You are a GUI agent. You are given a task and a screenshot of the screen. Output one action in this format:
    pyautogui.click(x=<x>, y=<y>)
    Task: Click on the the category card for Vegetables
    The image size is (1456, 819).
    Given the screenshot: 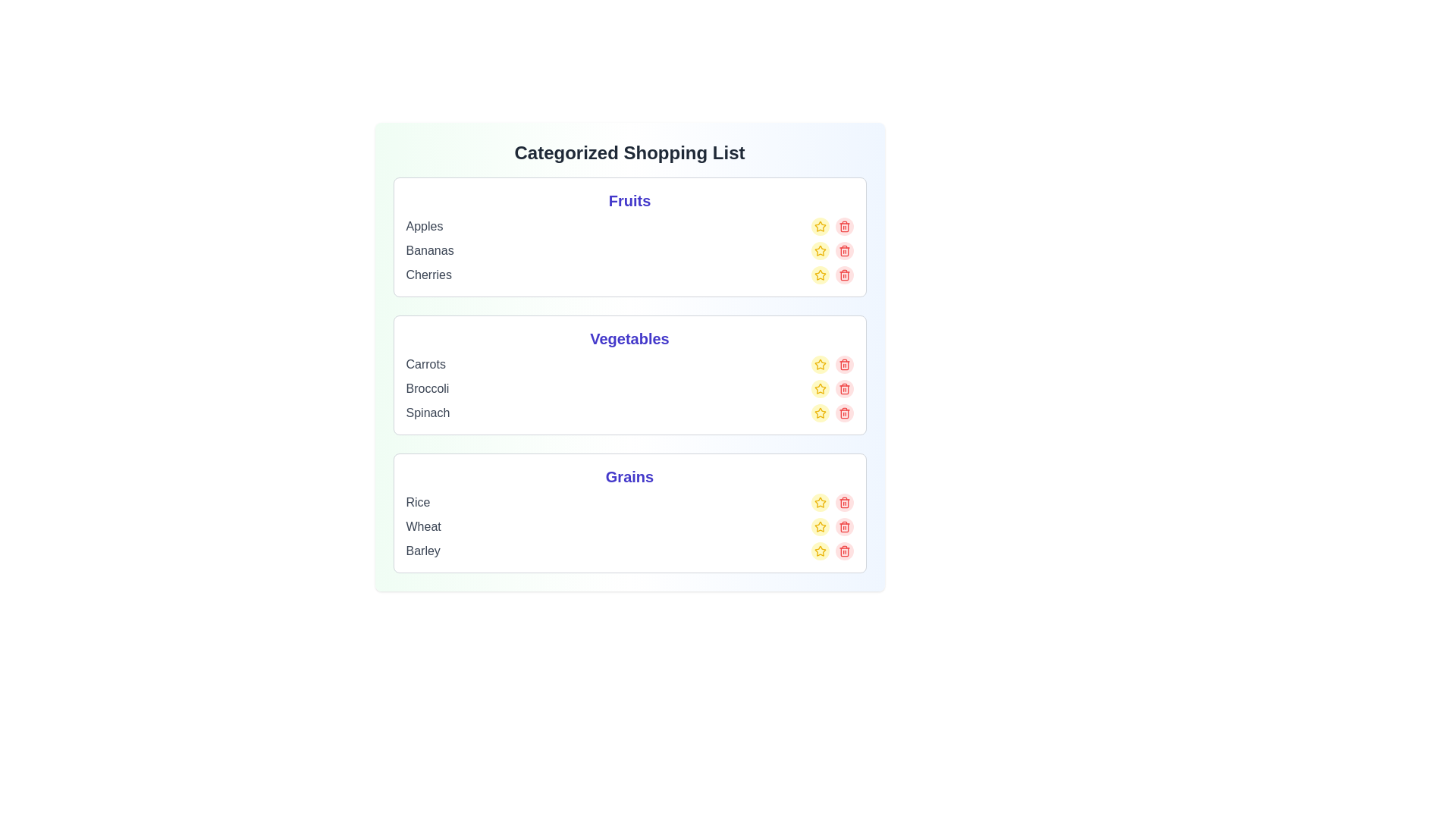 What is the action you would take?
    pyautogui.click(x=629, y=375)
    